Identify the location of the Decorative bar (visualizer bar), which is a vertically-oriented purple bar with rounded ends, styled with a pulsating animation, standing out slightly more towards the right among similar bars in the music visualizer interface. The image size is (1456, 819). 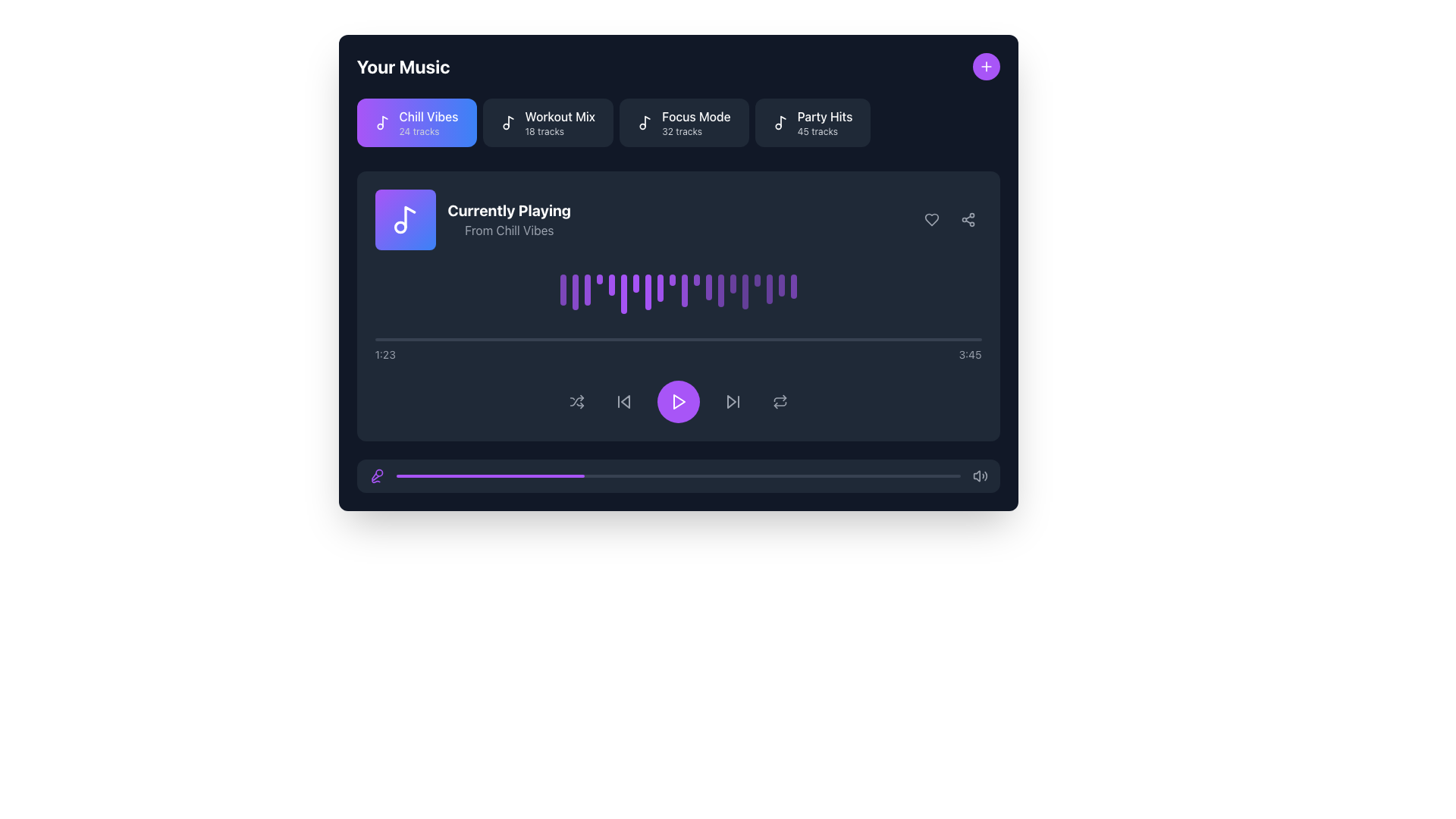
(683, 290).